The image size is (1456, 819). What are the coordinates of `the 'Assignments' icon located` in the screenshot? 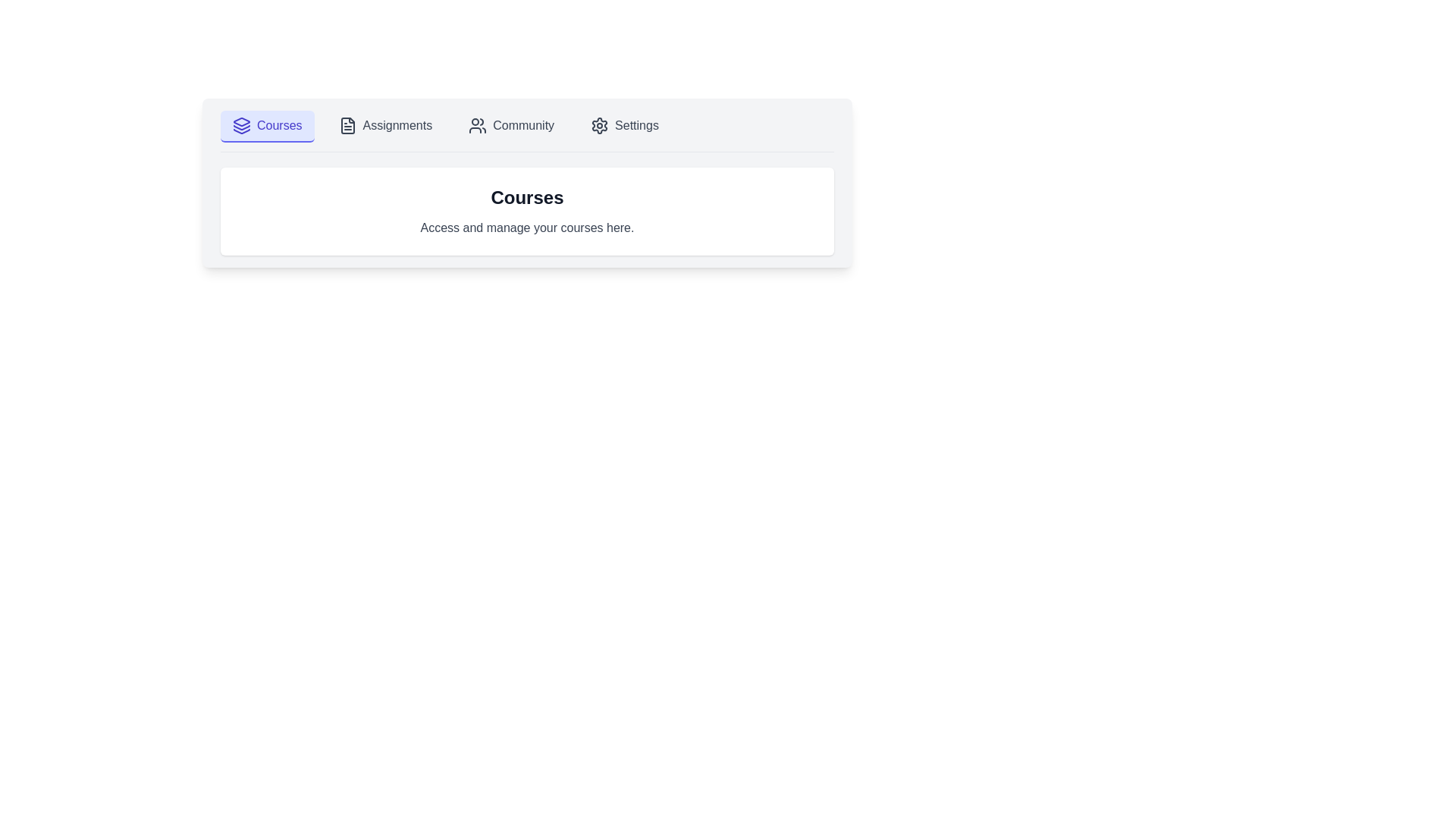 It's located at (347, 124).